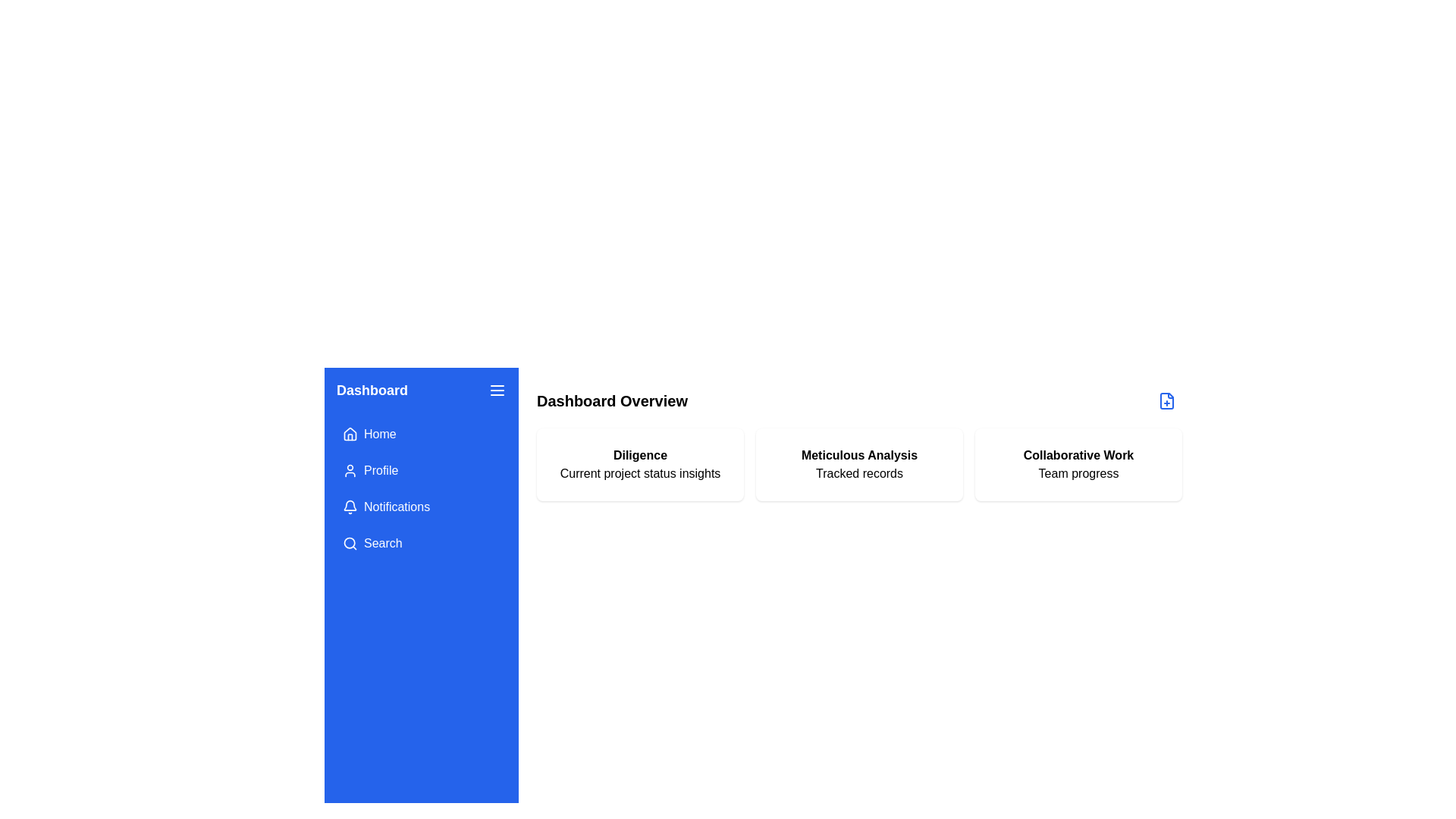 This screenshot has width=1456, height=819. I want to click on the small magnifying glass icon associated with the search functionality located in the sidebar menu, so click(349, 543).